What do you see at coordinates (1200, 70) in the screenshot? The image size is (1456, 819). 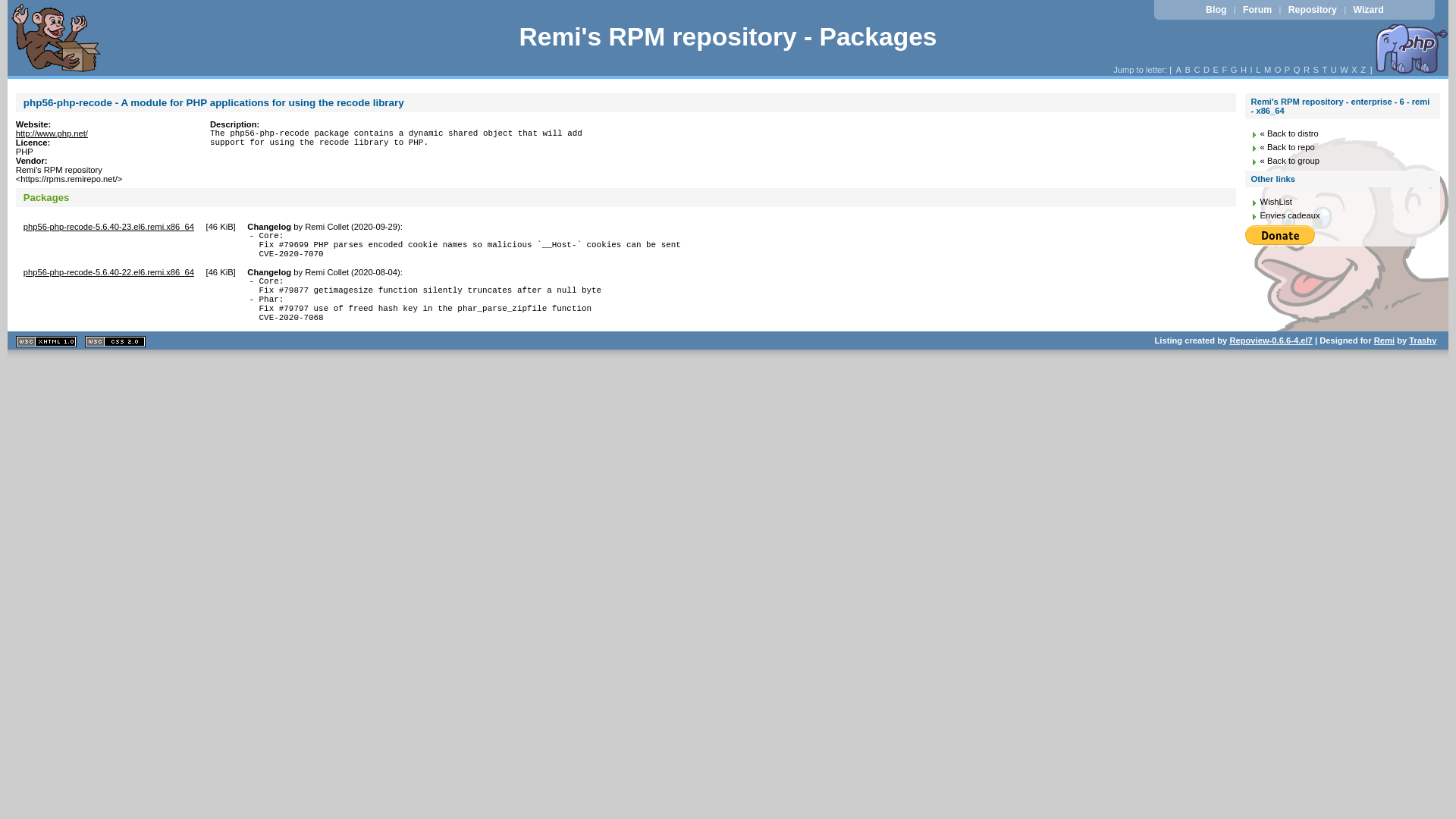 I see `'D'` at bounding box center [1200, 70].